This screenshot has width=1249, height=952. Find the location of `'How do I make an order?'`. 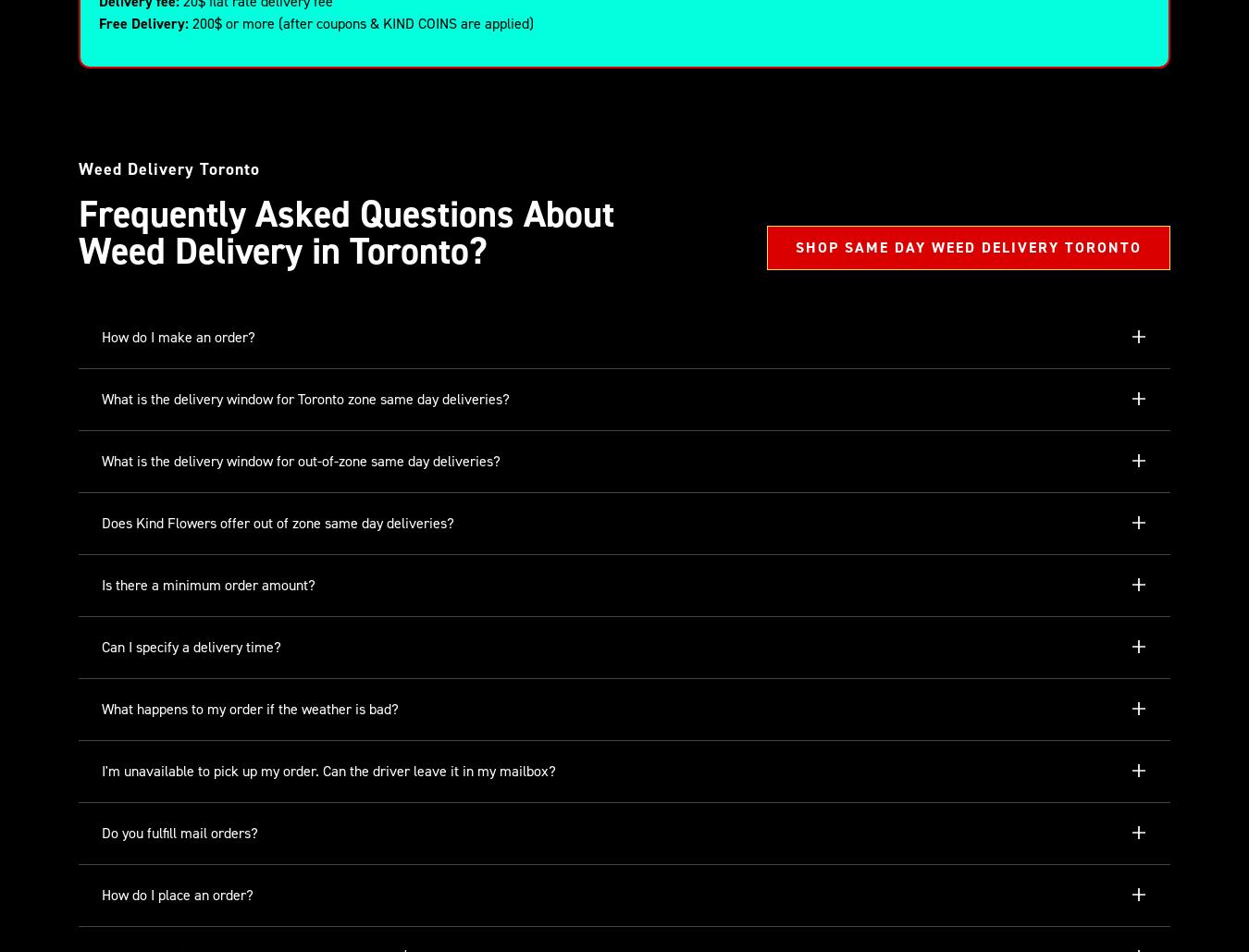

'How do I make an order?' is located at coordinates (179, 337).